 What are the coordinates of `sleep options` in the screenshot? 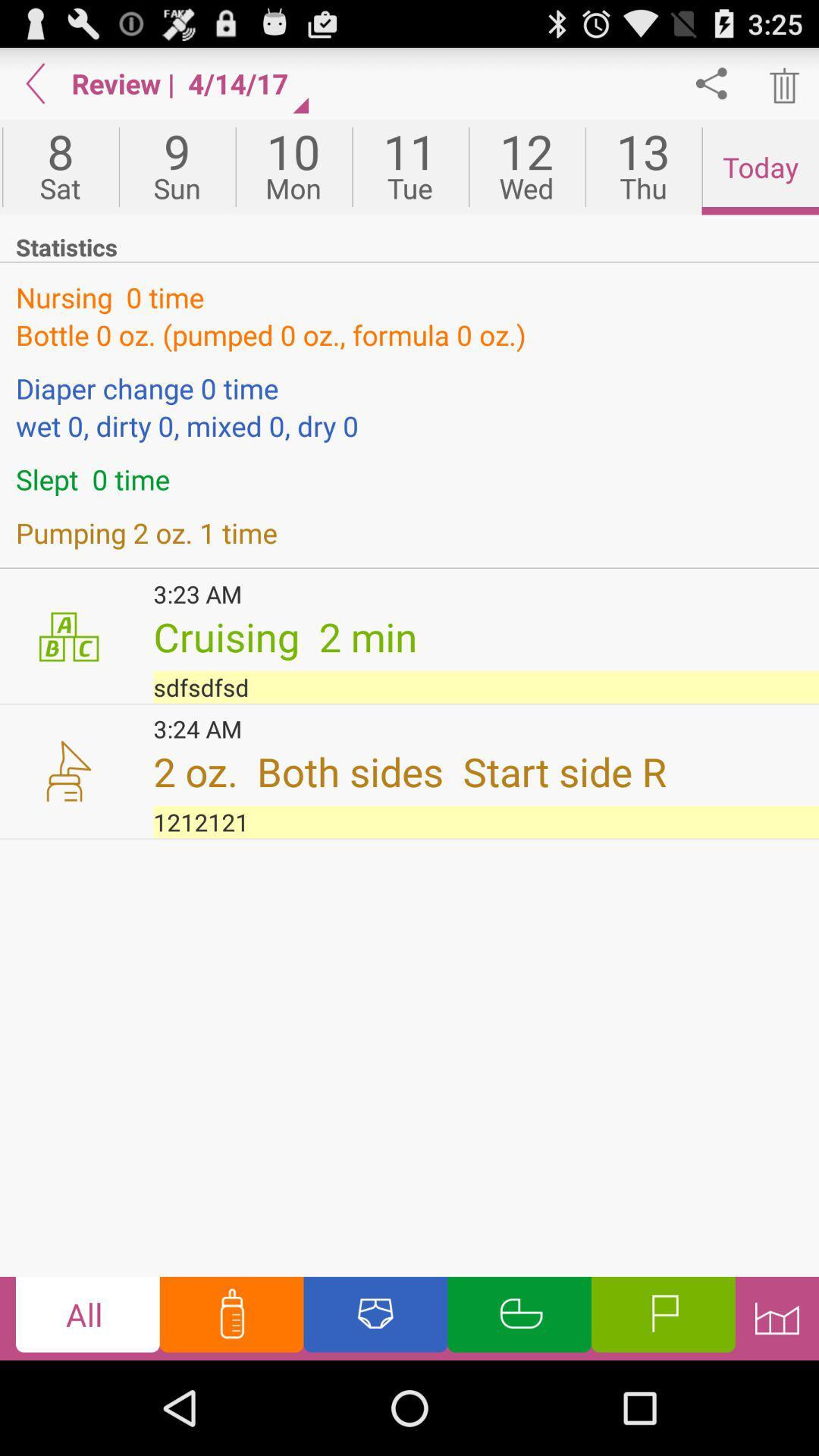 It's located at (519, 1317).